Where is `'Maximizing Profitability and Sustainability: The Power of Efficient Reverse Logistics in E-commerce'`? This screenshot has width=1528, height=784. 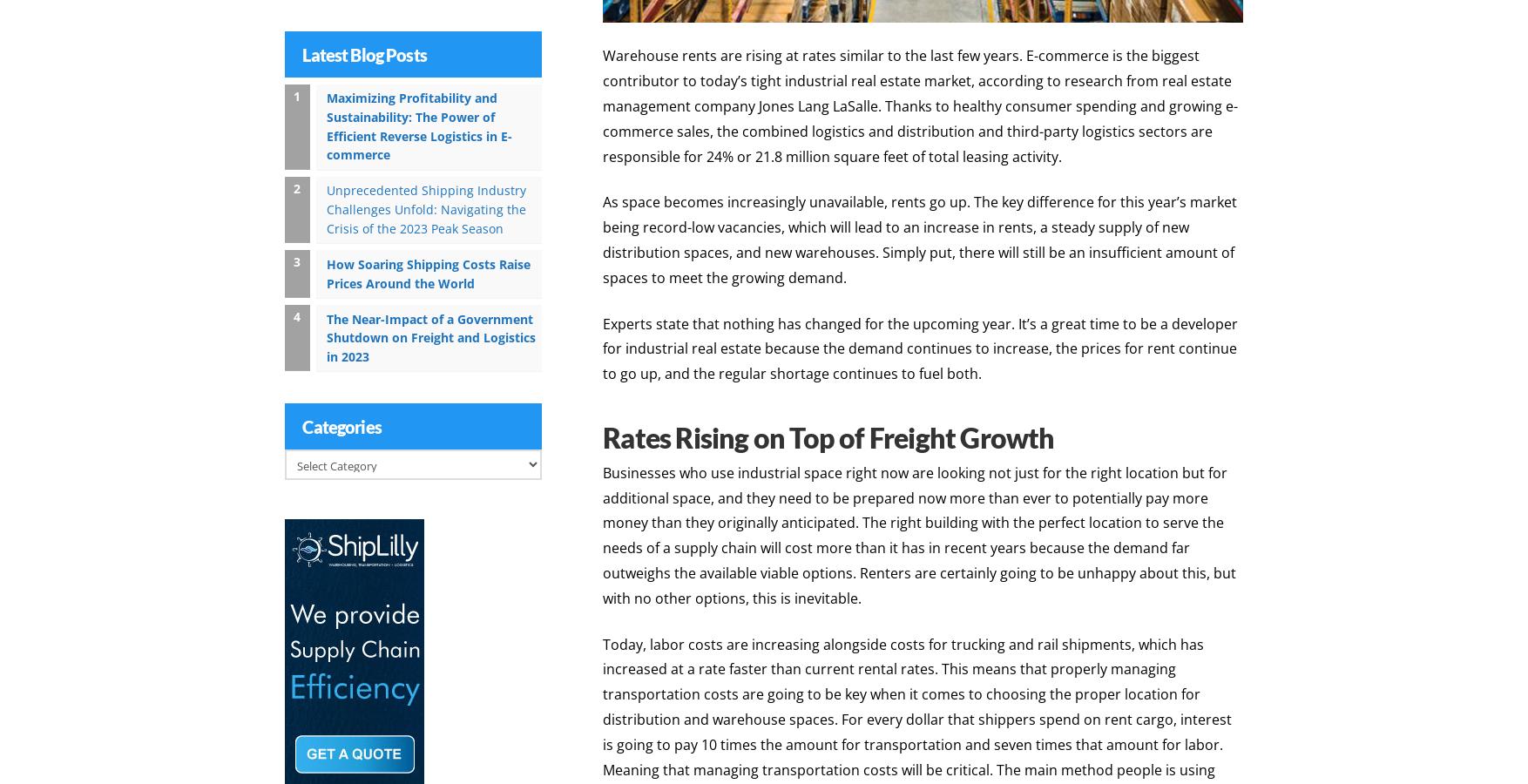
'Maximizing Profitability and Sustainability: The Power of Efficient Reverse Logistics in E-commerce' is located at coordinates (417, 125).